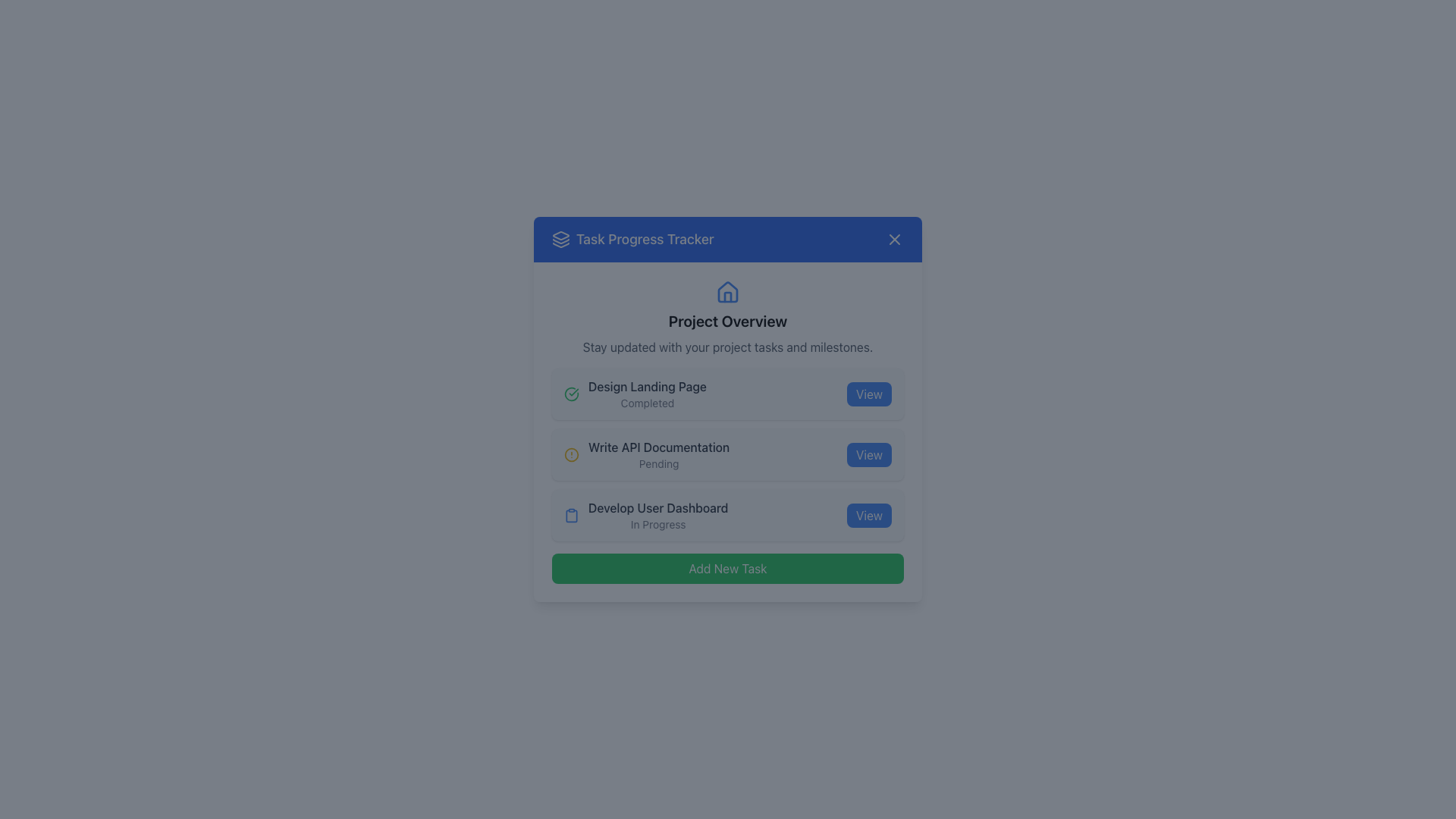  Describe the element at coordinates (658, 523) in the screenshot. I see `the text label displaying 'In Progress'` at that location.